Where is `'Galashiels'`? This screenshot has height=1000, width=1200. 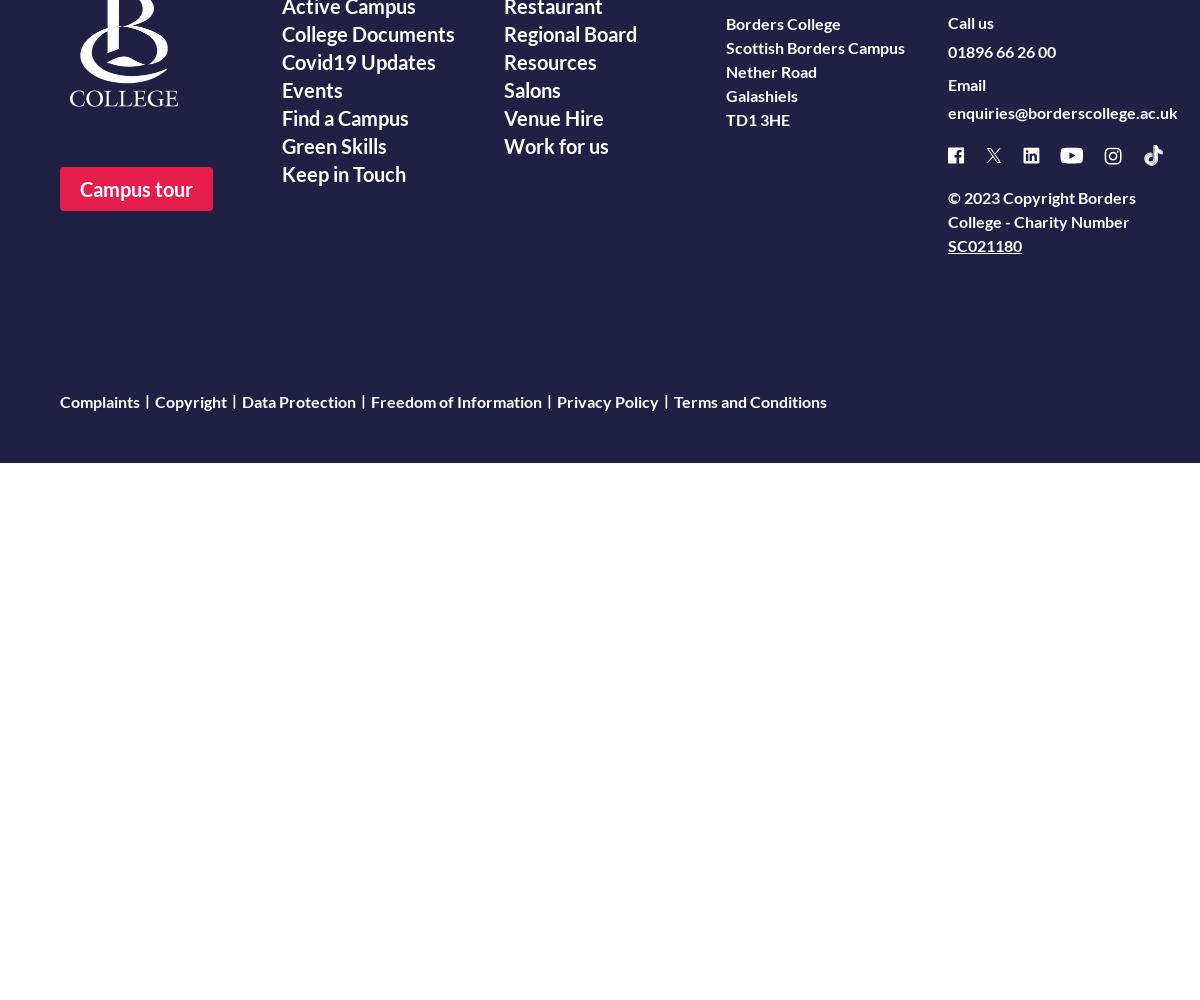
'Galashiels' is located at coordinates (761, 94).